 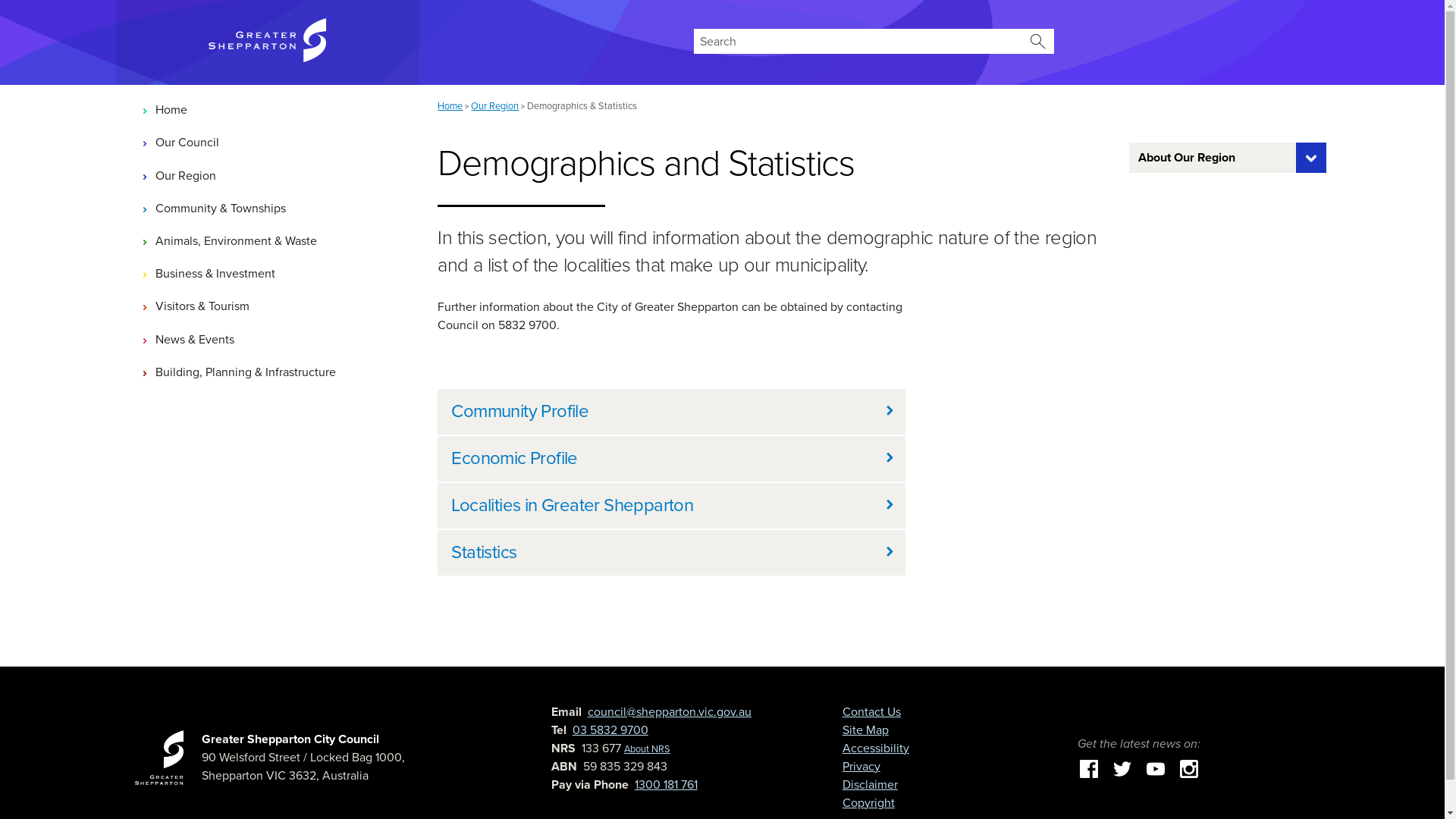 What do you see at coordinates (647, 748) in the screenshot?
I see `'About NRS'` at bounding box center [647, 748].